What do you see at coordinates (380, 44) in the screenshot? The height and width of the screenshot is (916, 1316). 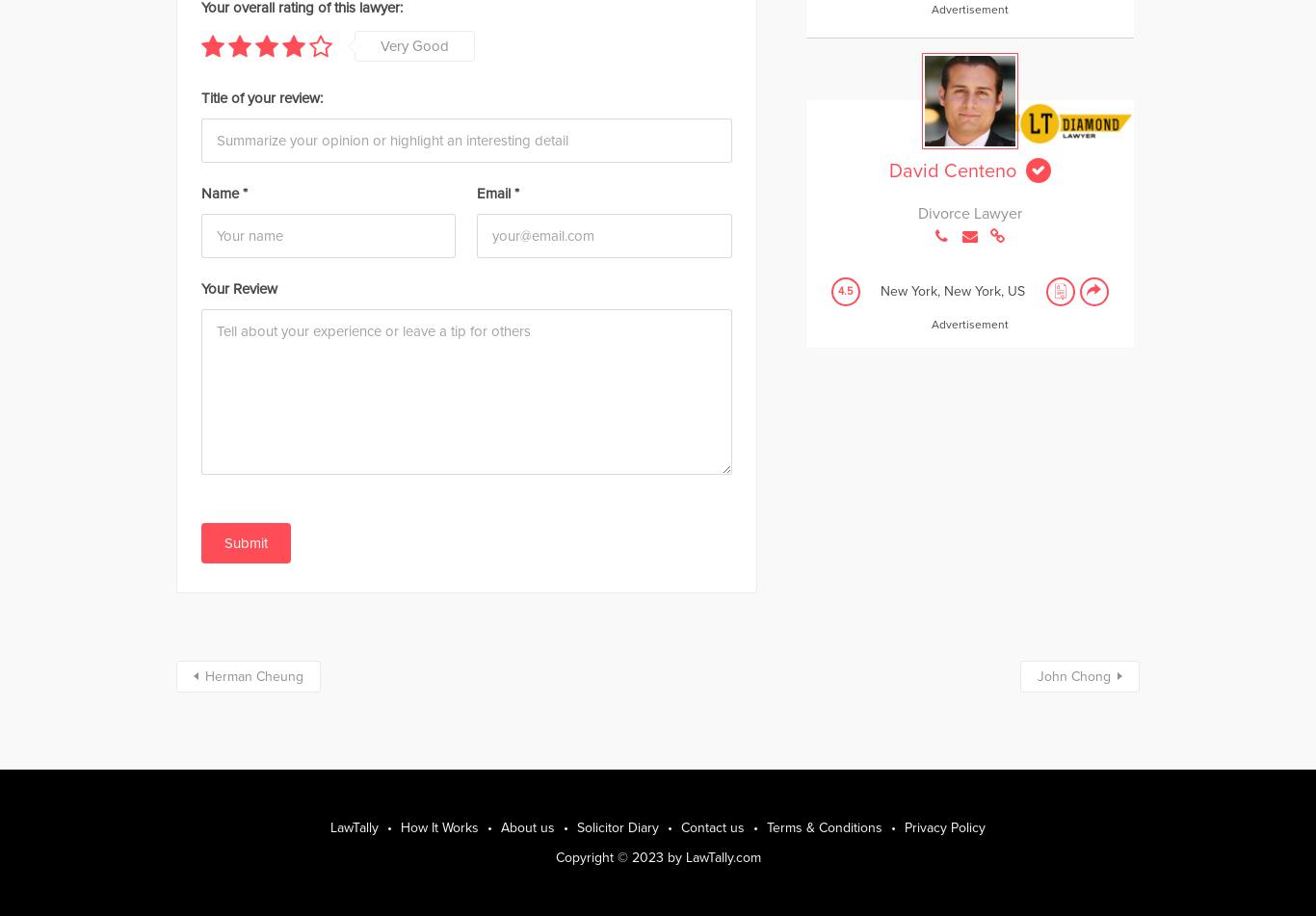 I see `'Very Good'` at bounding box center [380, 44].